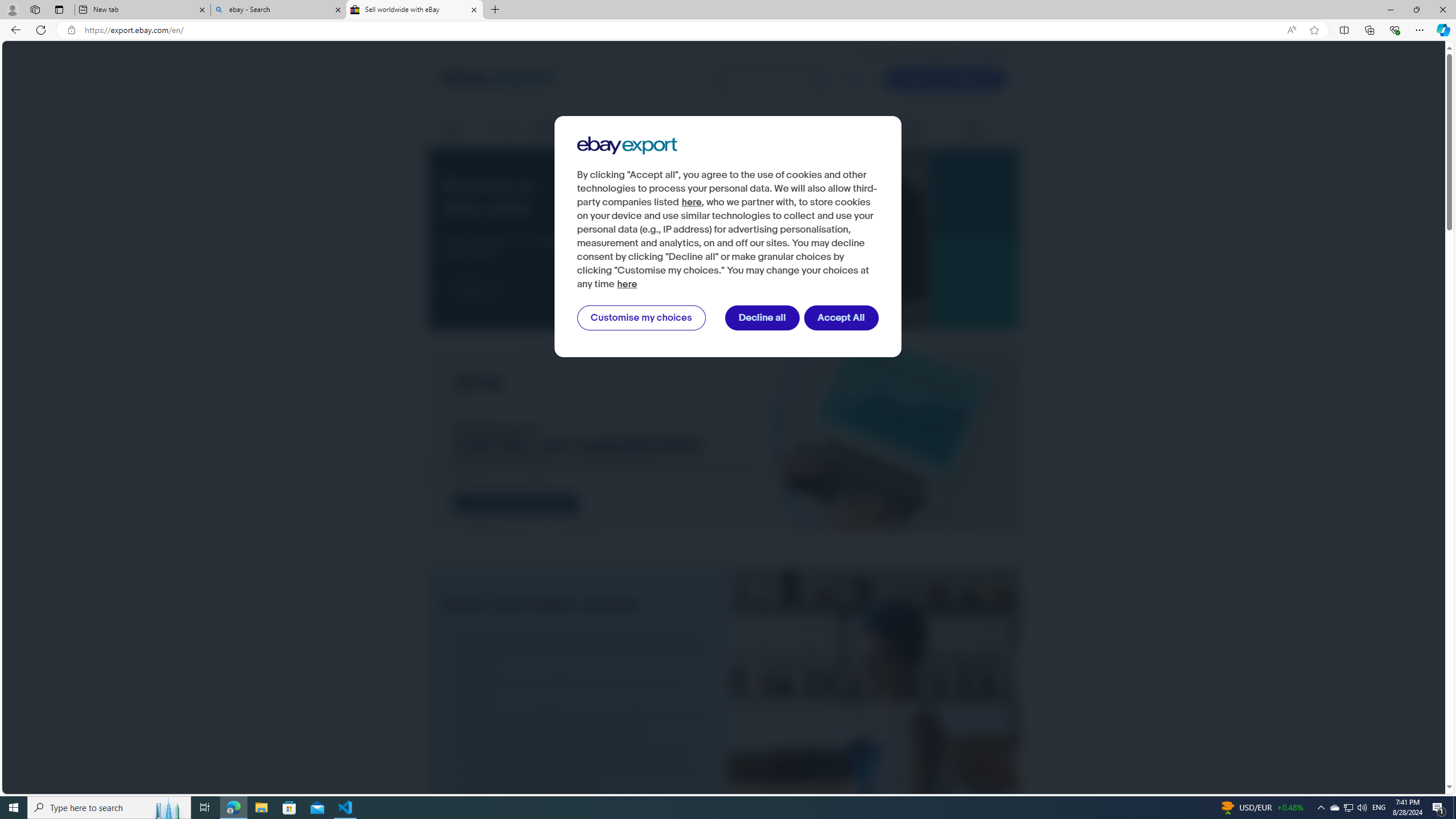  Describe the element at coordinates (1442, 29) in the screenshot. I see `'Copilot (Ctrl+Shift+.)'` at that location.